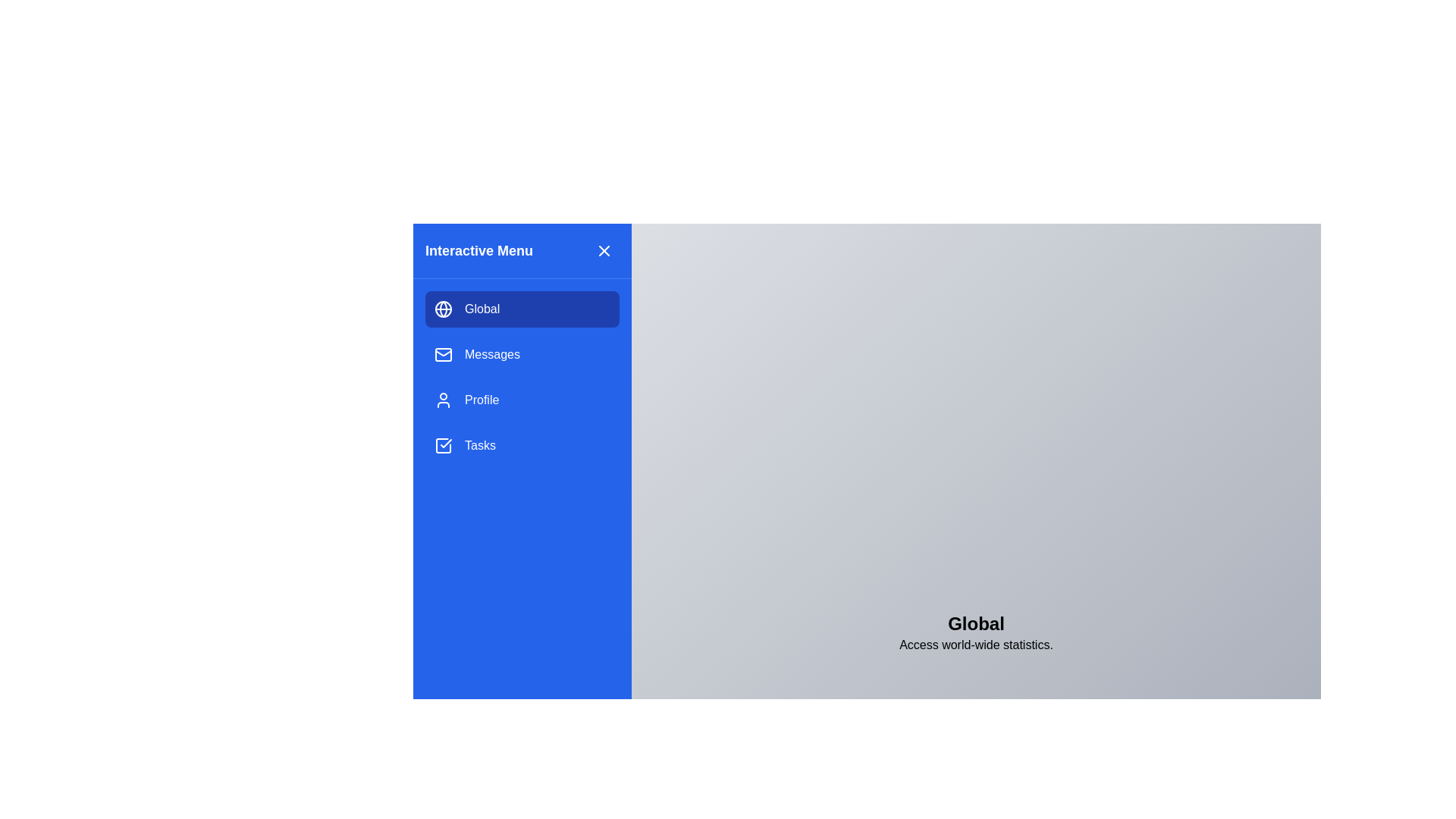 The height and width of the screenshot is (819, 1456). I want to click on the 'Profile' menu item, which is the third item in the vertical menu list, so click(522, 400).